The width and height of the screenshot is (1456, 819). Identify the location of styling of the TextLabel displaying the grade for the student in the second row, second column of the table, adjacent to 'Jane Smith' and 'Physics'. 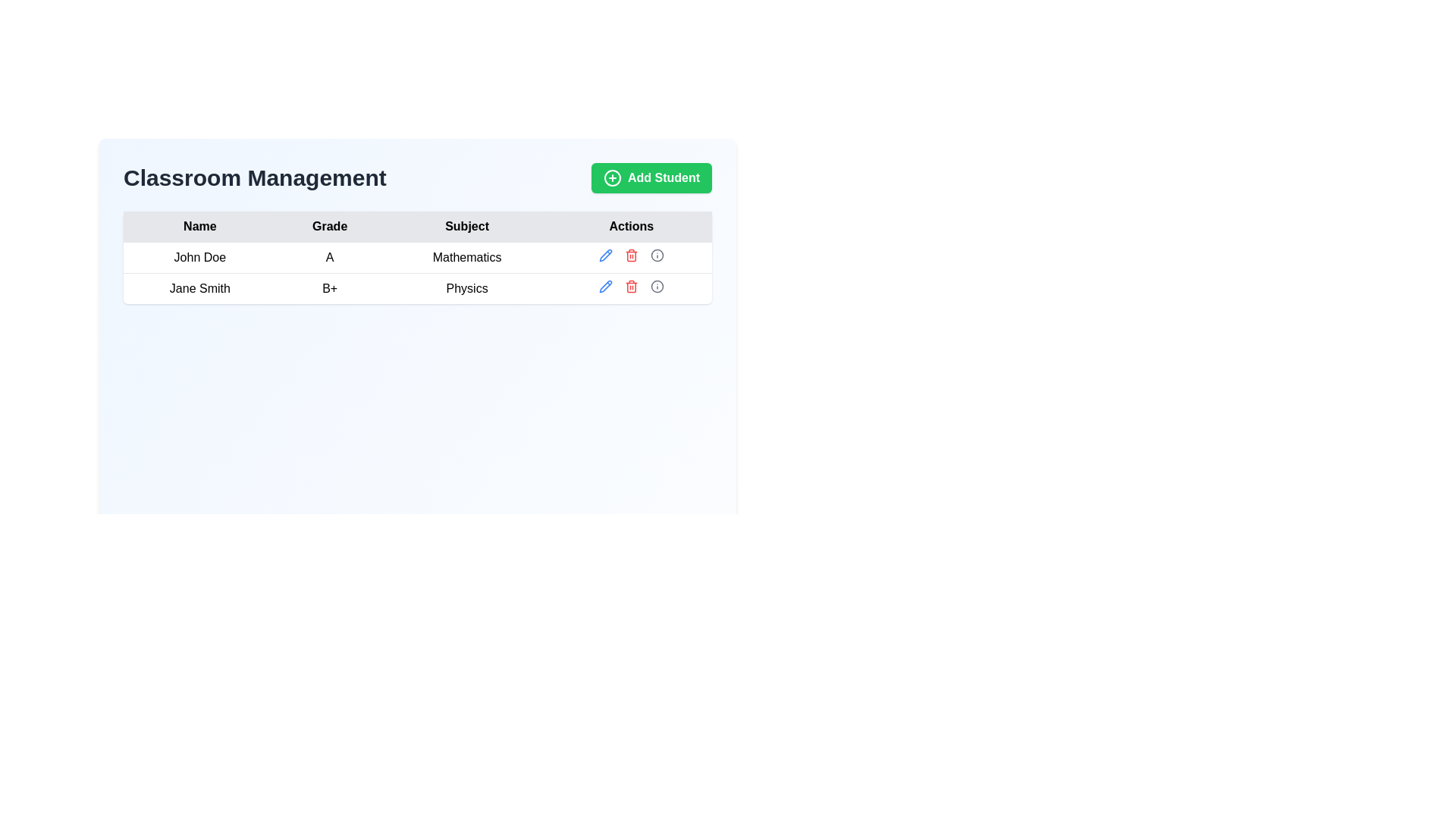
(329, 288).